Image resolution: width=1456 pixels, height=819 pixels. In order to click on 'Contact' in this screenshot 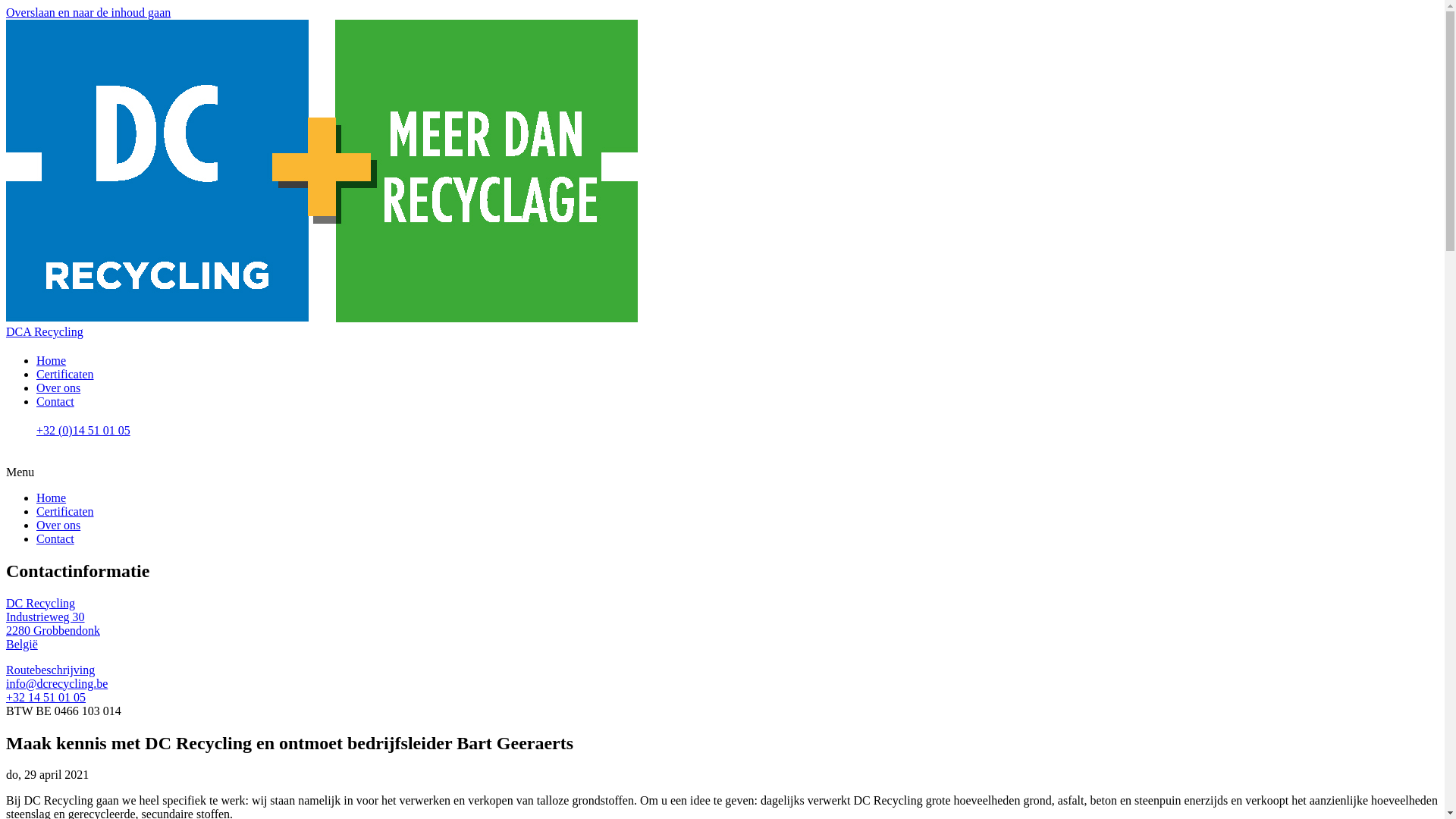, I will do `click(55, 400)`.